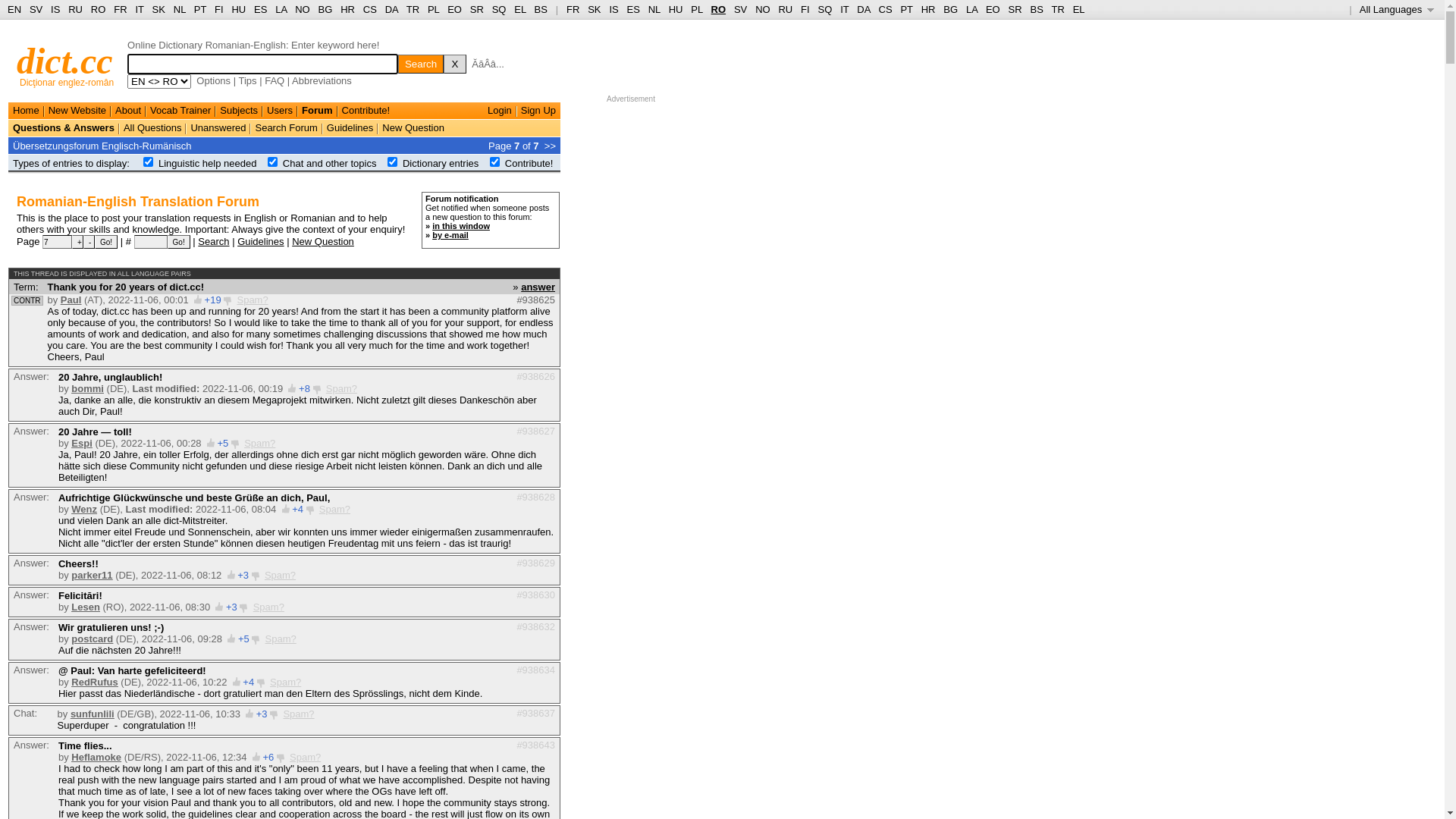 The width and height of the screenshot is (1456, 819). I want to click on 'ES', so click(260, 9).